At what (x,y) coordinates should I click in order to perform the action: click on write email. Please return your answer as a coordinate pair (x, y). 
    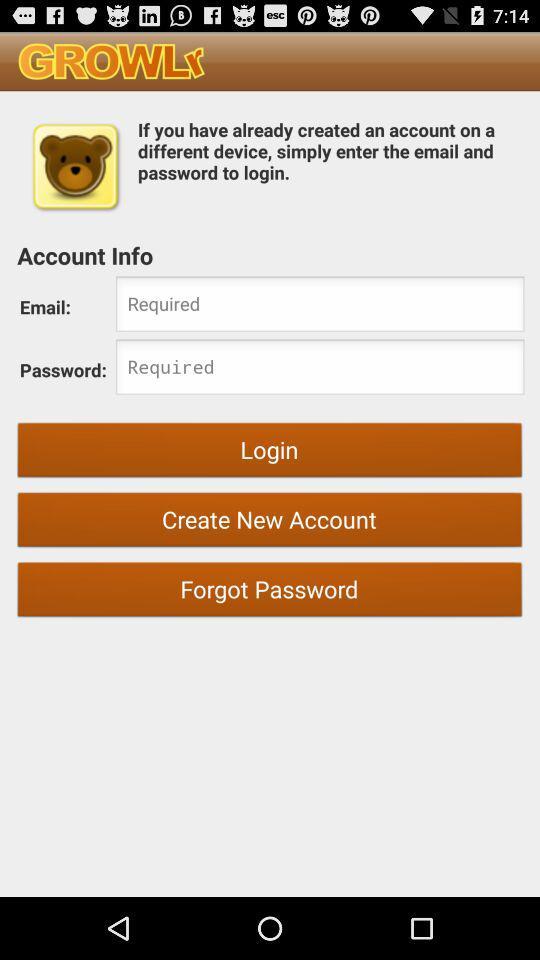
    Looking at the image, I should click on (320, 306).